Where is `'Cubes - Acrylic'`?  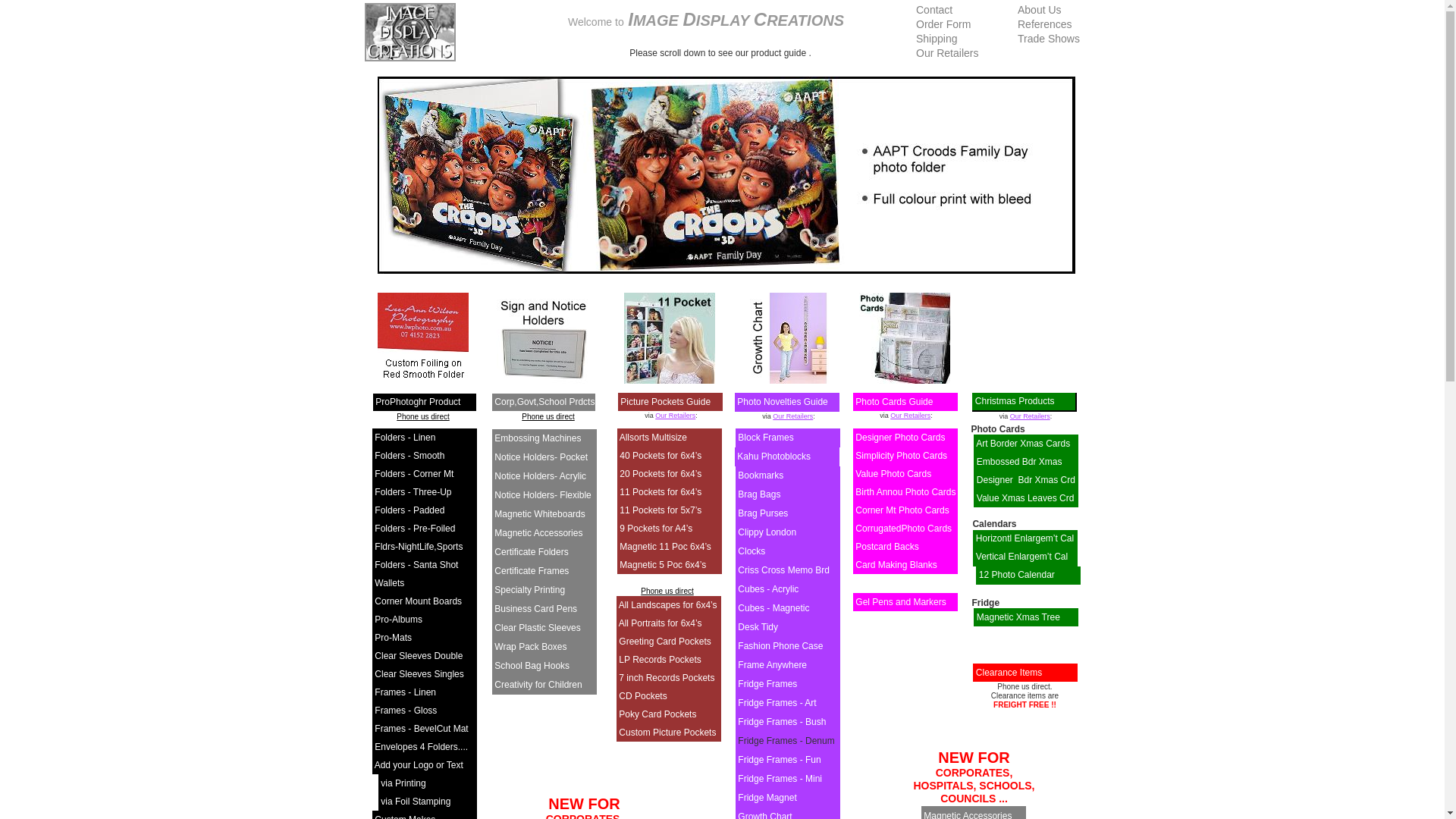 'Cubes - Acrylic' is located at coordinates (738, 588).